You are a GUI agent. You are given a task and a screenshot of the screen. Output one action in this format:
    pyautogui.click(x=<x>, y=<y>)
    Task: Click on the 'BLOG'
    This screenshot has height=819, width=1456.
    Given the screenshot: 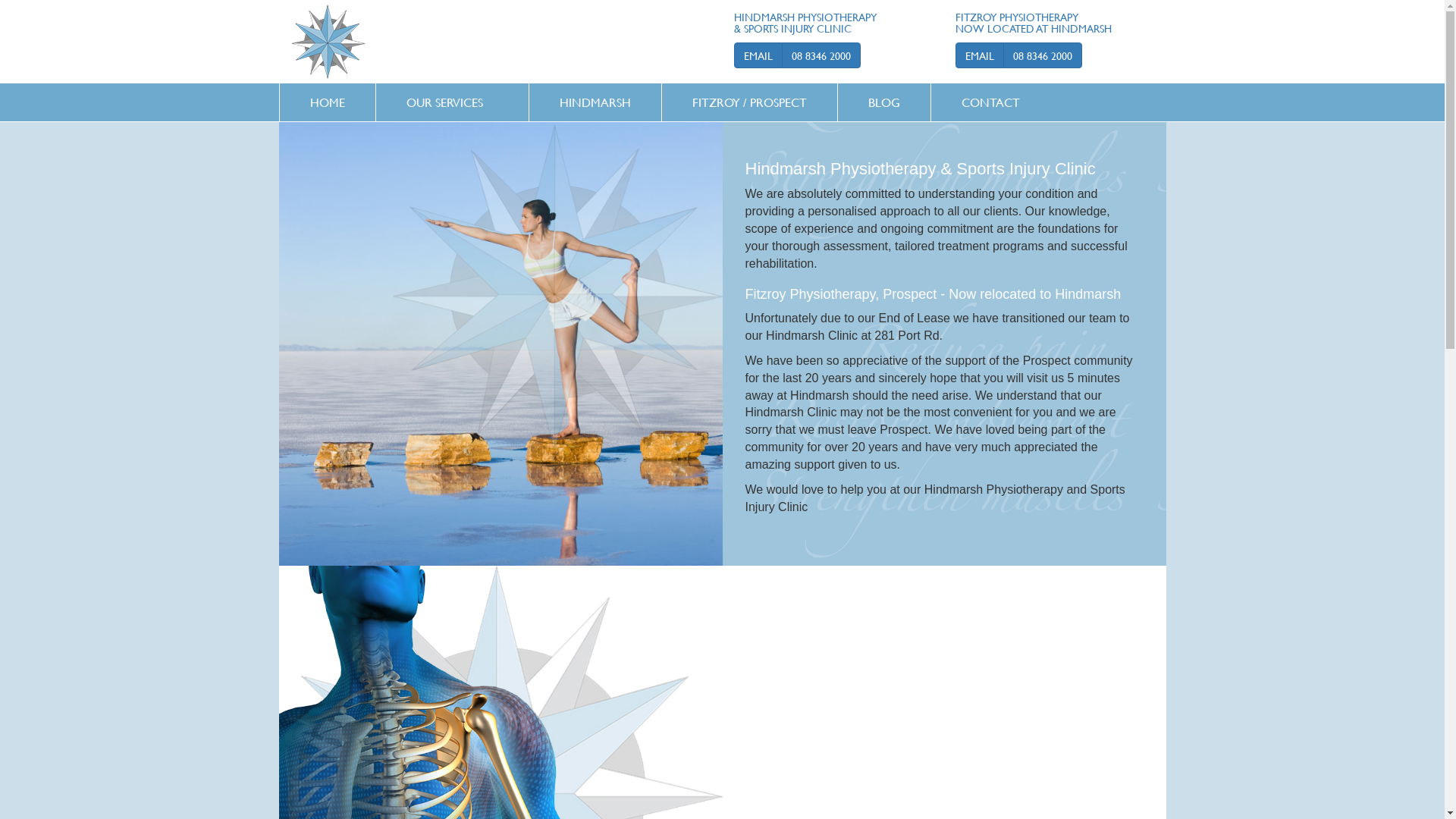 What is the action you would take?
    pyautogui.click(x=883, y=102)
    